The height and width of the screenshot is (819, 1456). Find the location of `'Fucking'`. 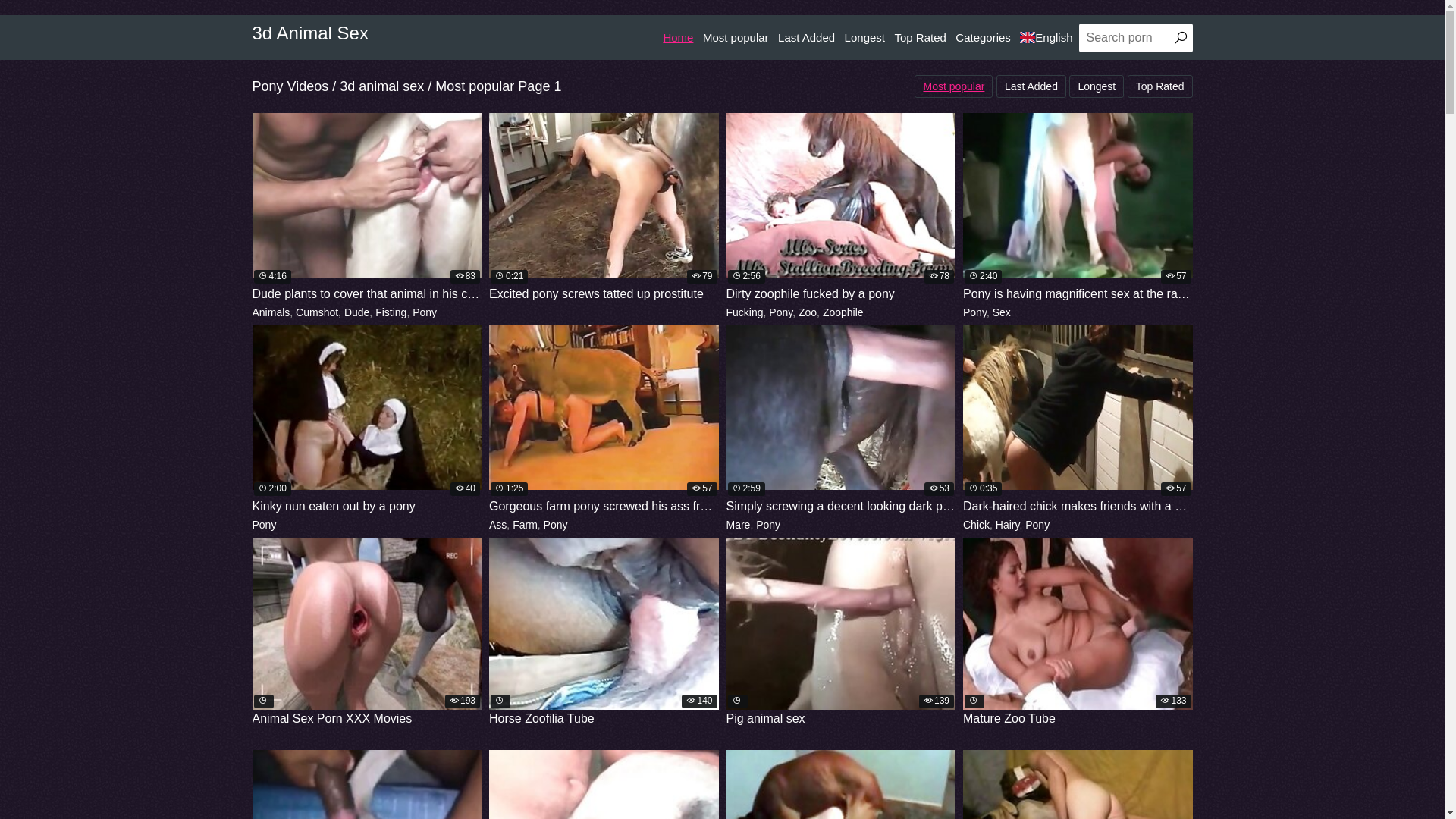

'Fucking' is located at coordinates (745, 312).